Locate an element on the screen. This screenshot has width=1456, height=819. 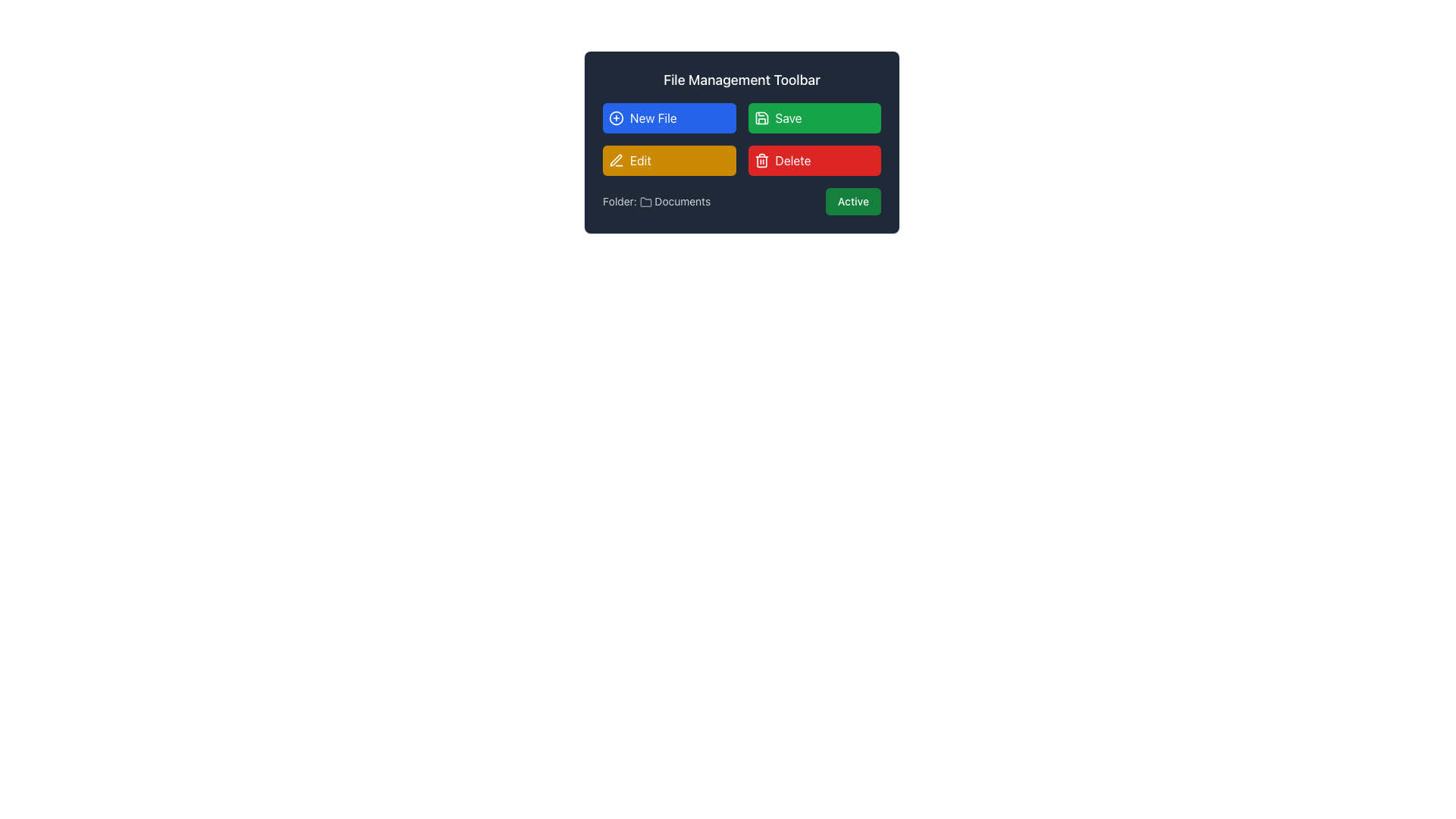
the 'Active' button displayed in white text on a green rectangular button with rounded corners, located below the 'Folder: Documents' text and to the right of a toolbar is located at coordinates (853, 201).